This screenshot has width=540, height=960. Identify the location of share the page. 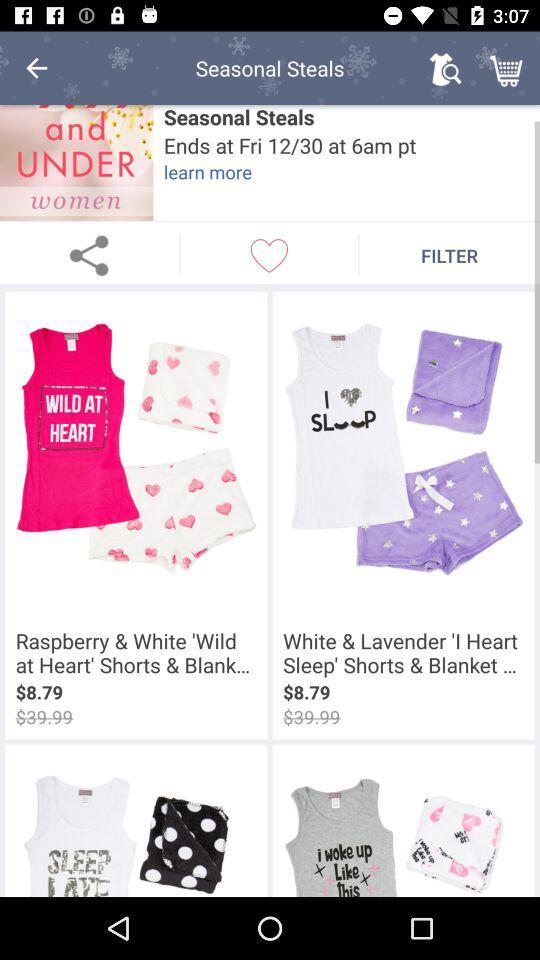
(88, 254).